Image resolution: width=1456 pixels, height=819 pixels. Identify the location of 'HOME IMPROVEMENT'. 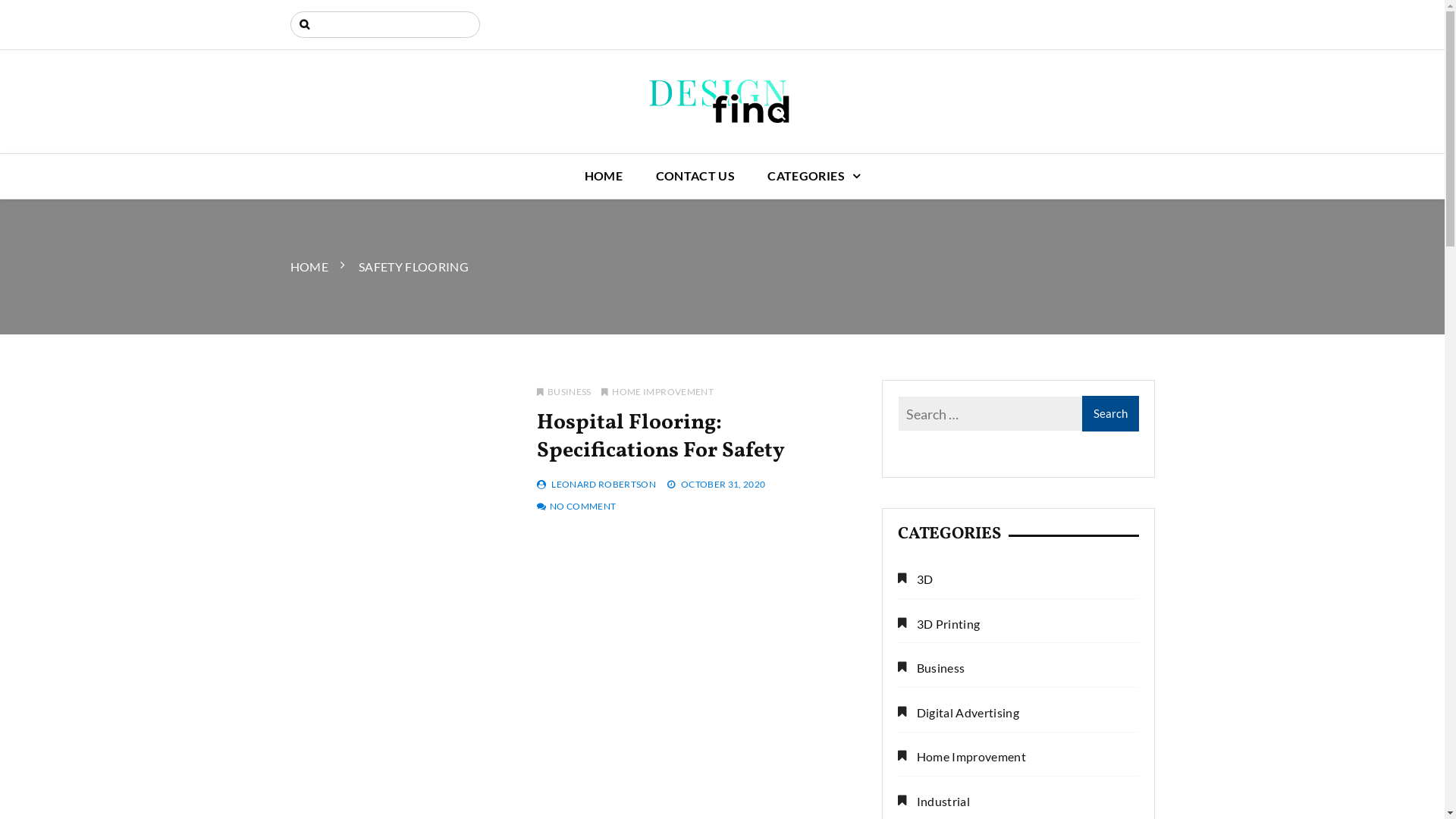
(657, 391).